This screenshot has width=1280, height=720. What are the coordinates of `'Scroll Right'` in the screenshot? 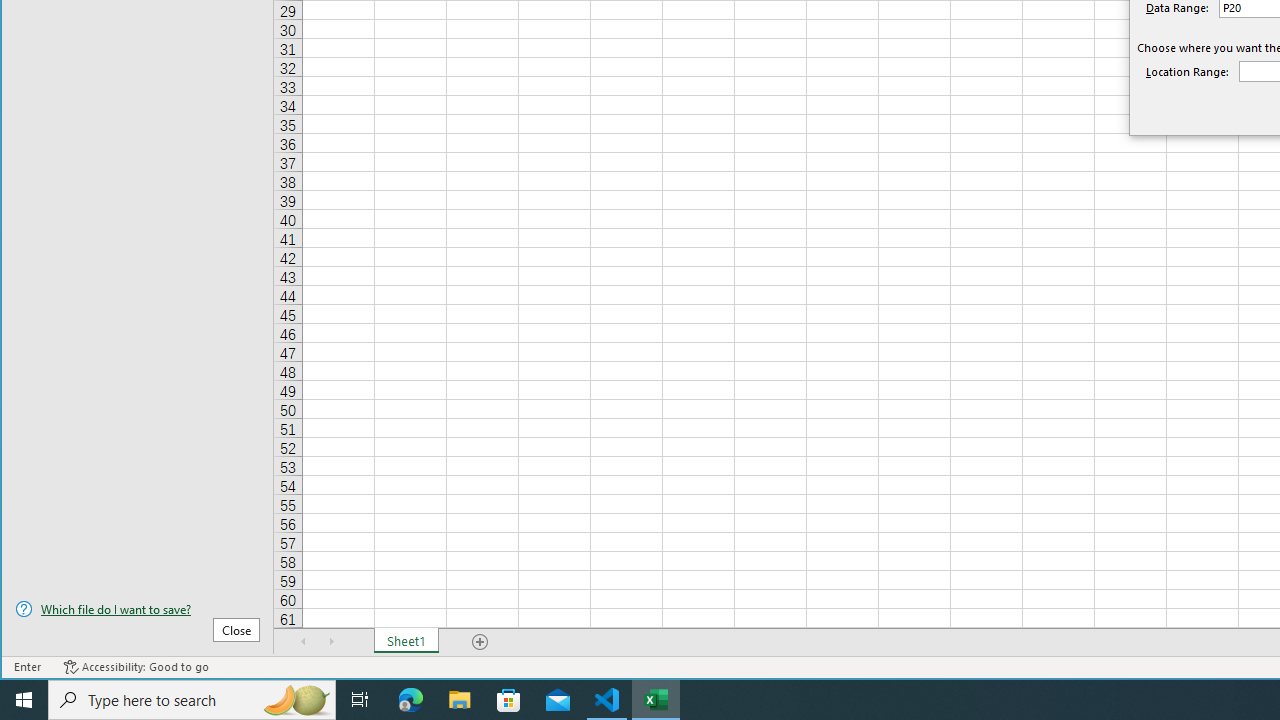 It's located at (331, 641).